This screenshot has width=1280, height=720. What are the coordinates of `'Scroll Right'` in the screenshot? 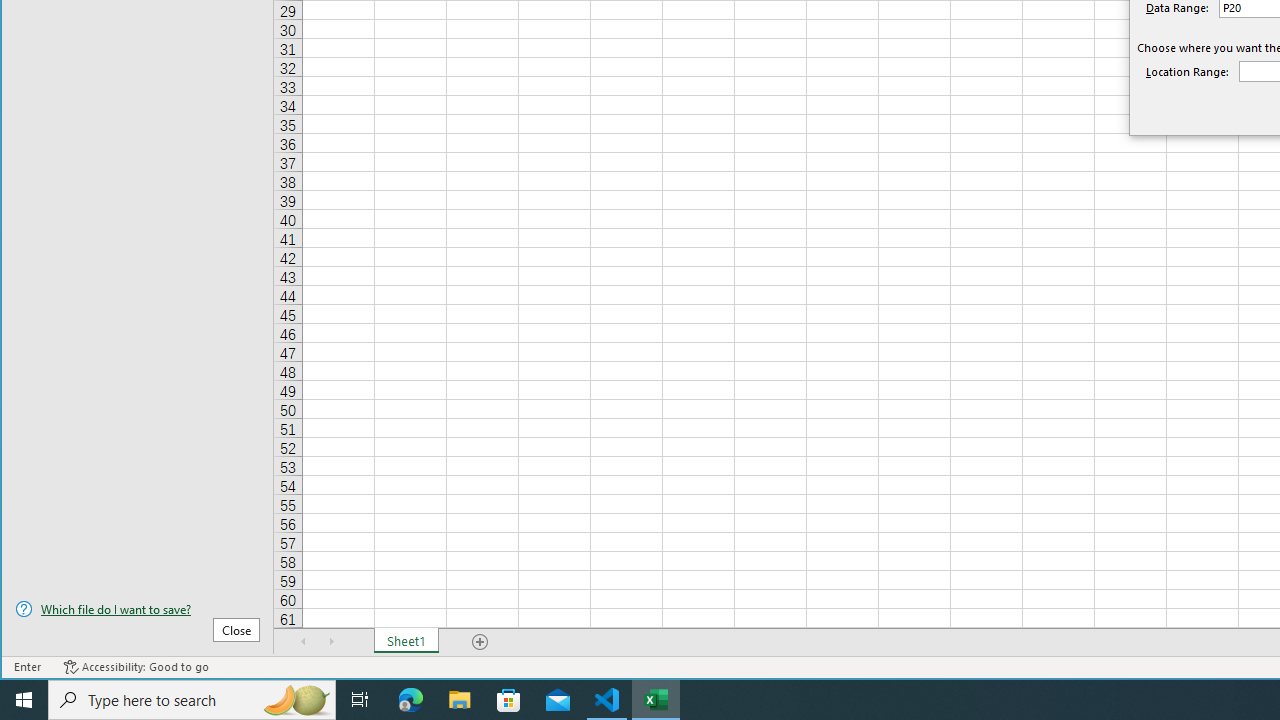 It's located at (331, 641).